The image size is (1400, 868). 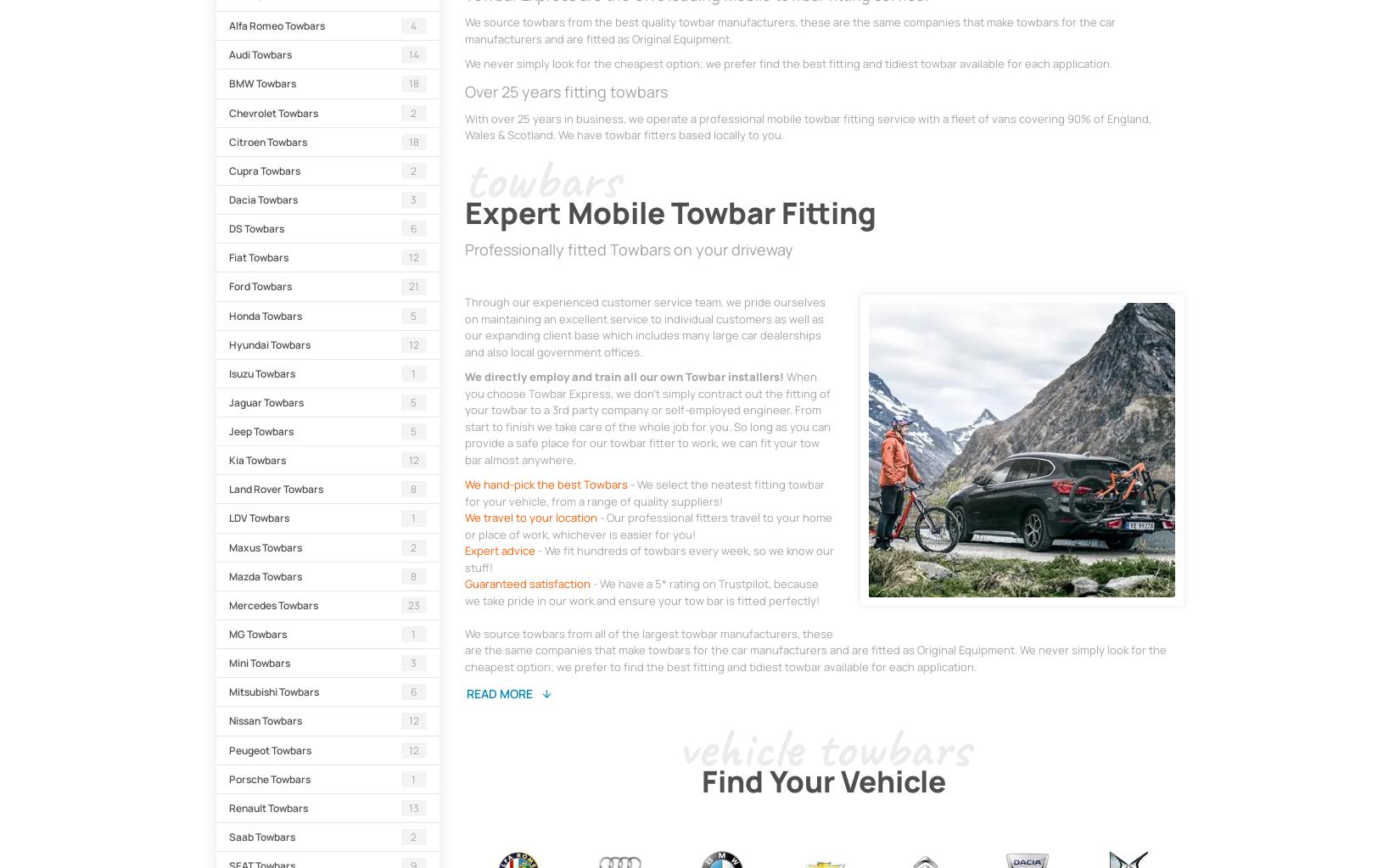 What do you see at coordinates (256, 228) in the screenshot?
I see `'DS Towbars'` at bounding box center [256, 228].